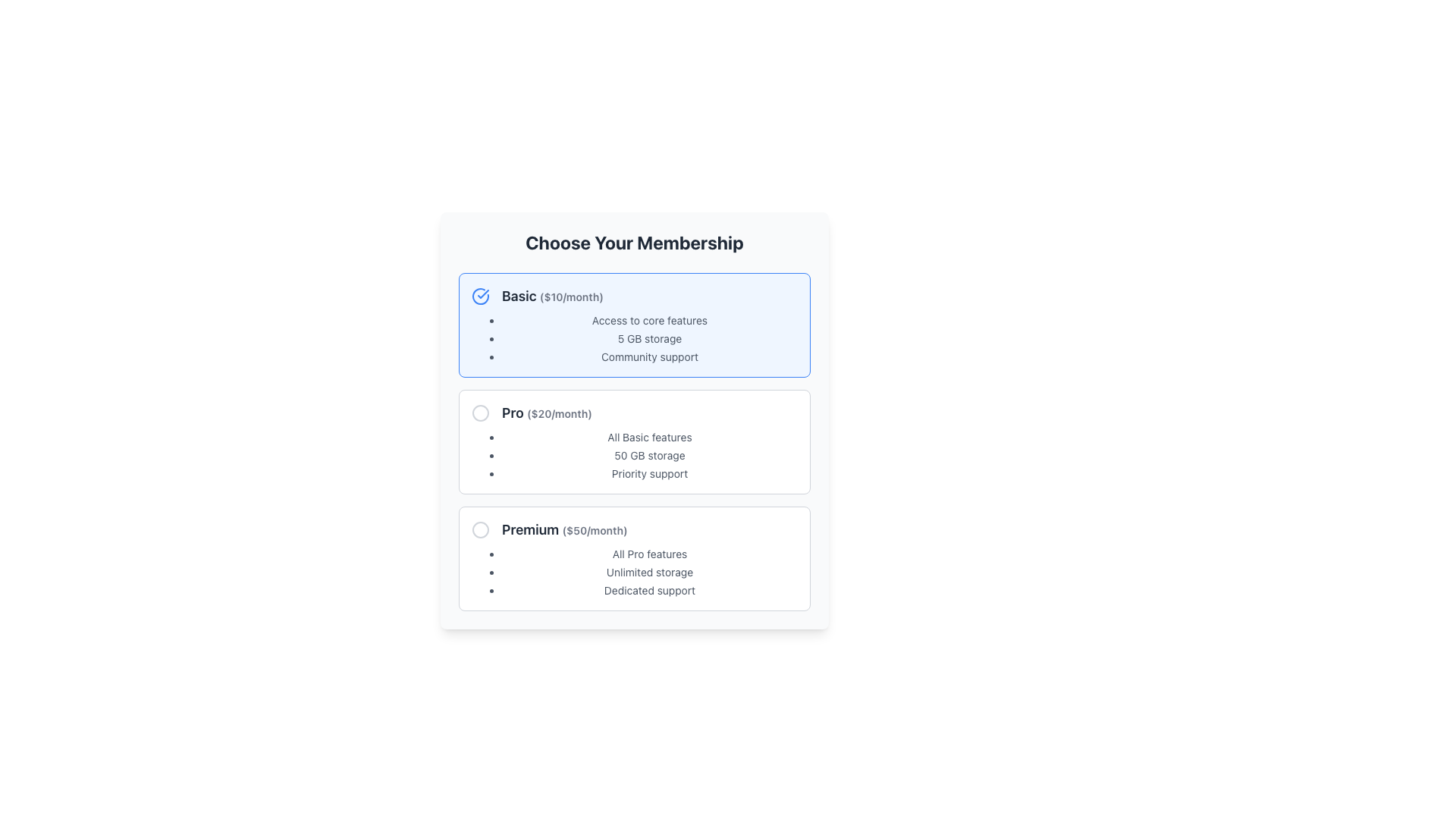  What do you see at coordinates (650, 472) in the screenshot?
I see `the third text label in the bullet list of the 'Pro ($20/month)' membership section, which provides information about the membership benefits` at bounding box center [650, 472].